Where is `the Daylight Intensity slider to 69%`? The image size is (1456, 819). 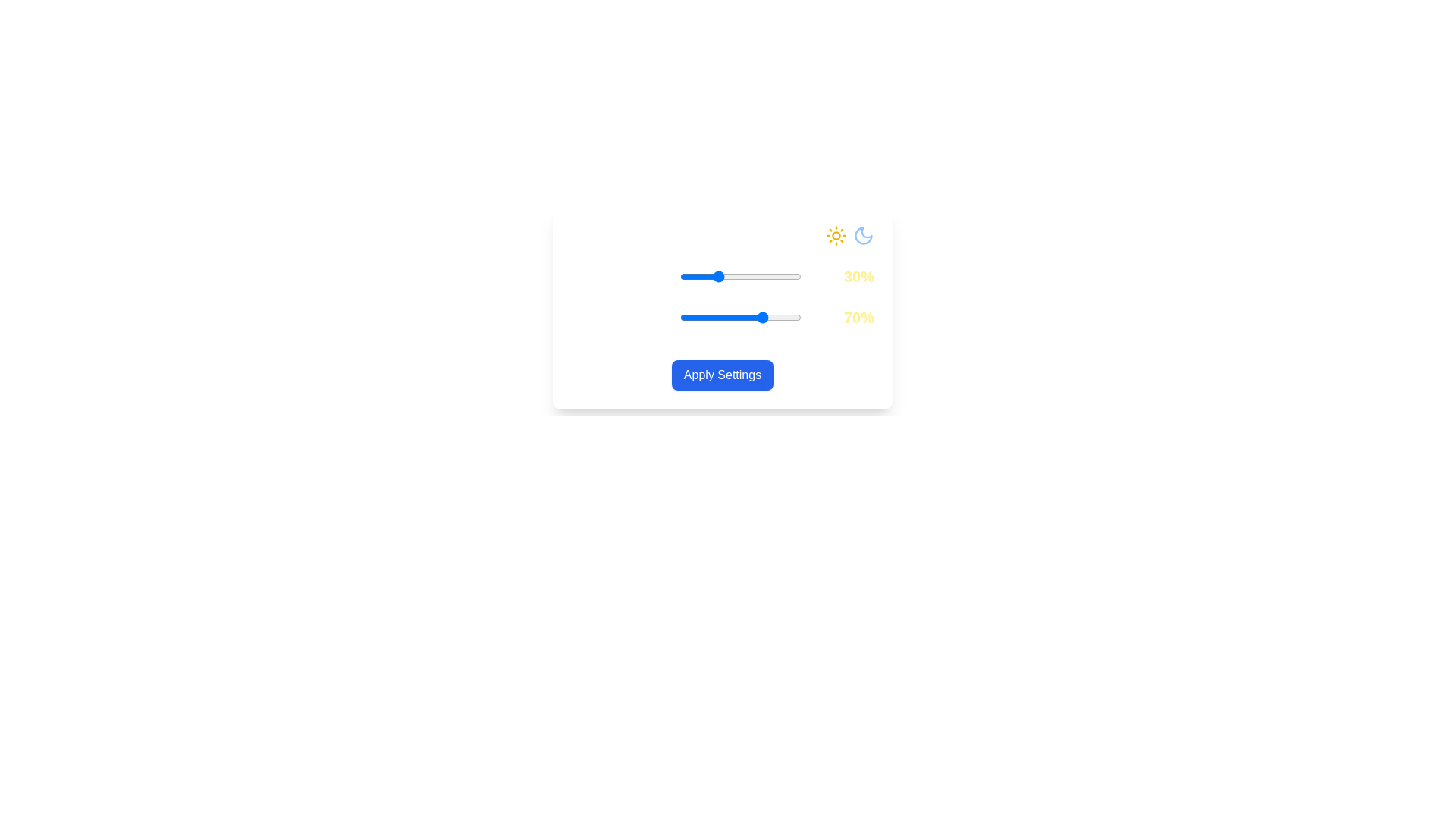 the Daylight Intensity slider to 69% is located at coordinates (764, 277).